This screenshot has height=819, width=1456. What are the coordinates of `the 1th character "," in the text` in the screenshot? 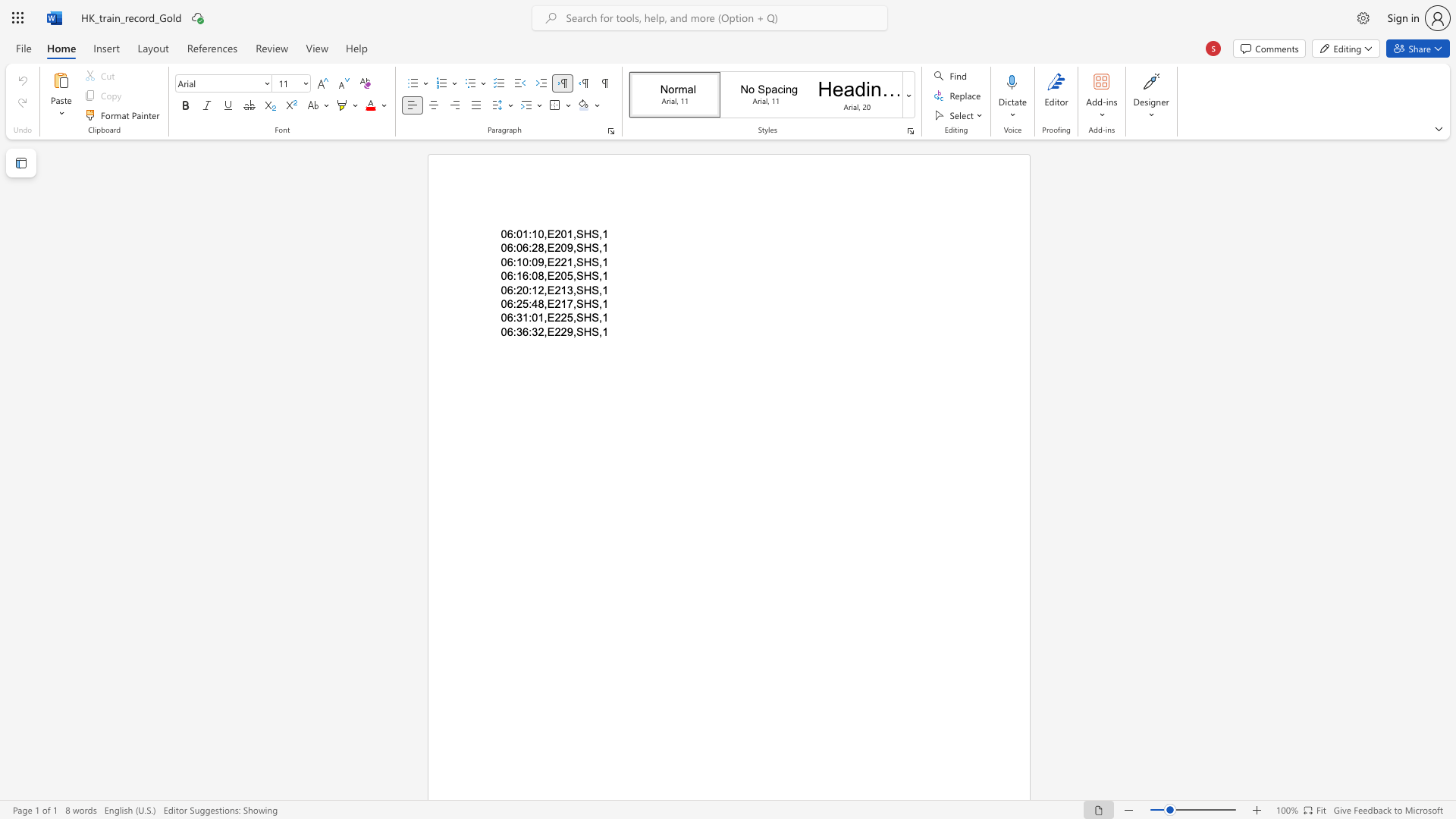 It's located at (545, 331).